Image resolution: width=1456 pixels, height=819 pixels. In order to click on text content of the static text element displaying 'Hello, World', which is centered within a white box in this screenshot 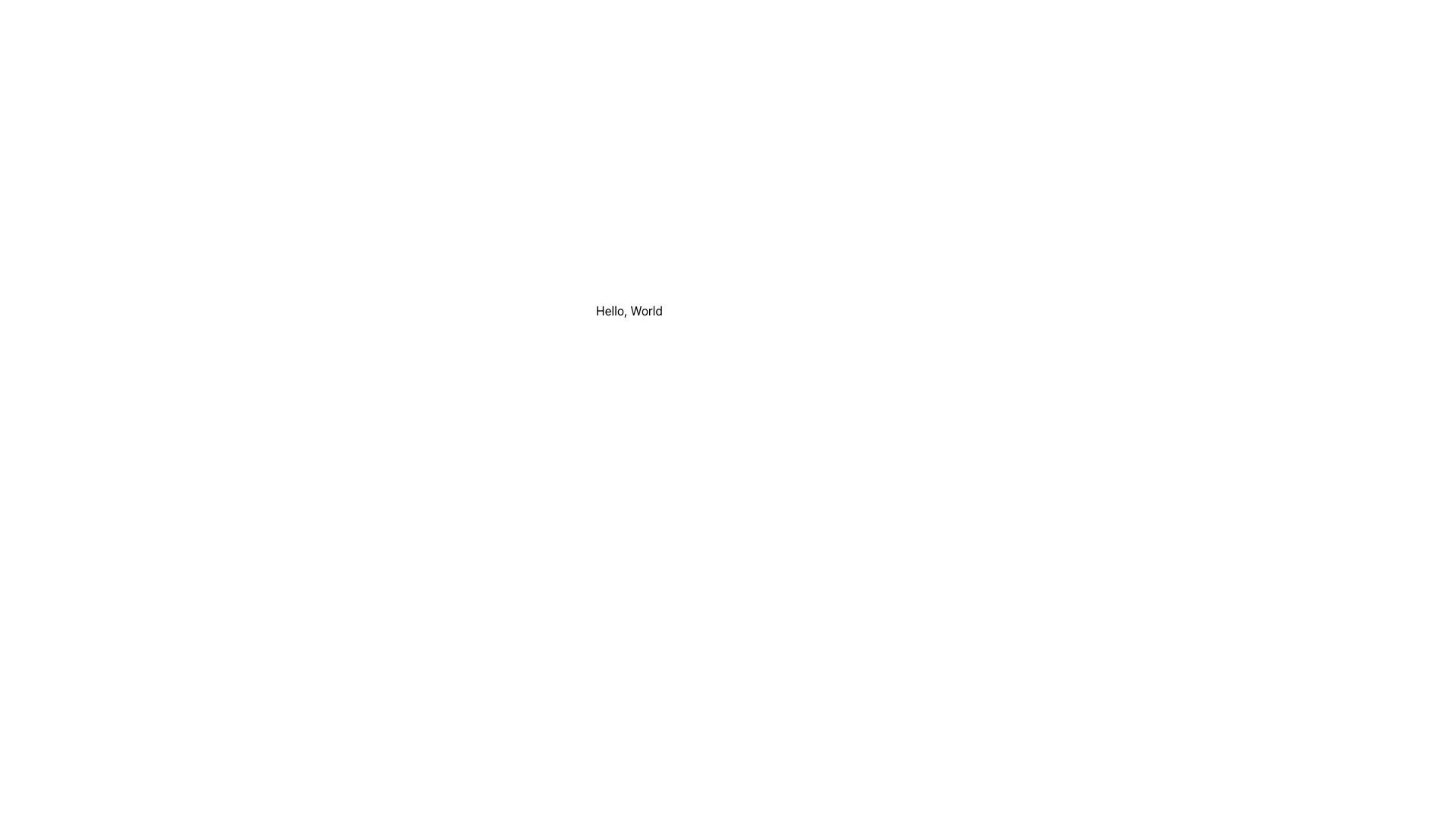, I will do `click(629, 309)`.